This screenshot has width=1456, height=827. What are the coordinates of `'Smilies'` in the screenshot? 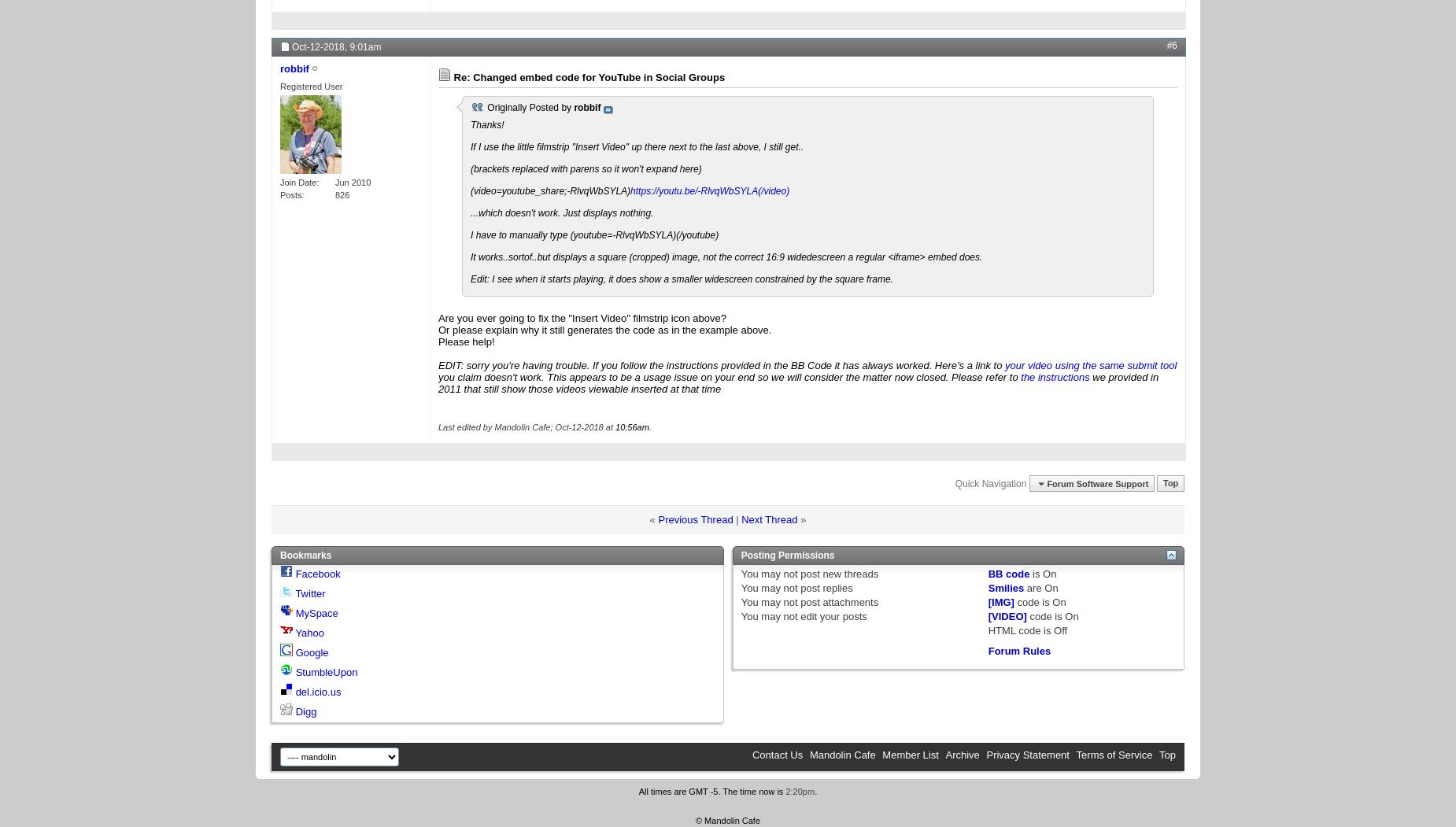 It's located at (1004, 588).